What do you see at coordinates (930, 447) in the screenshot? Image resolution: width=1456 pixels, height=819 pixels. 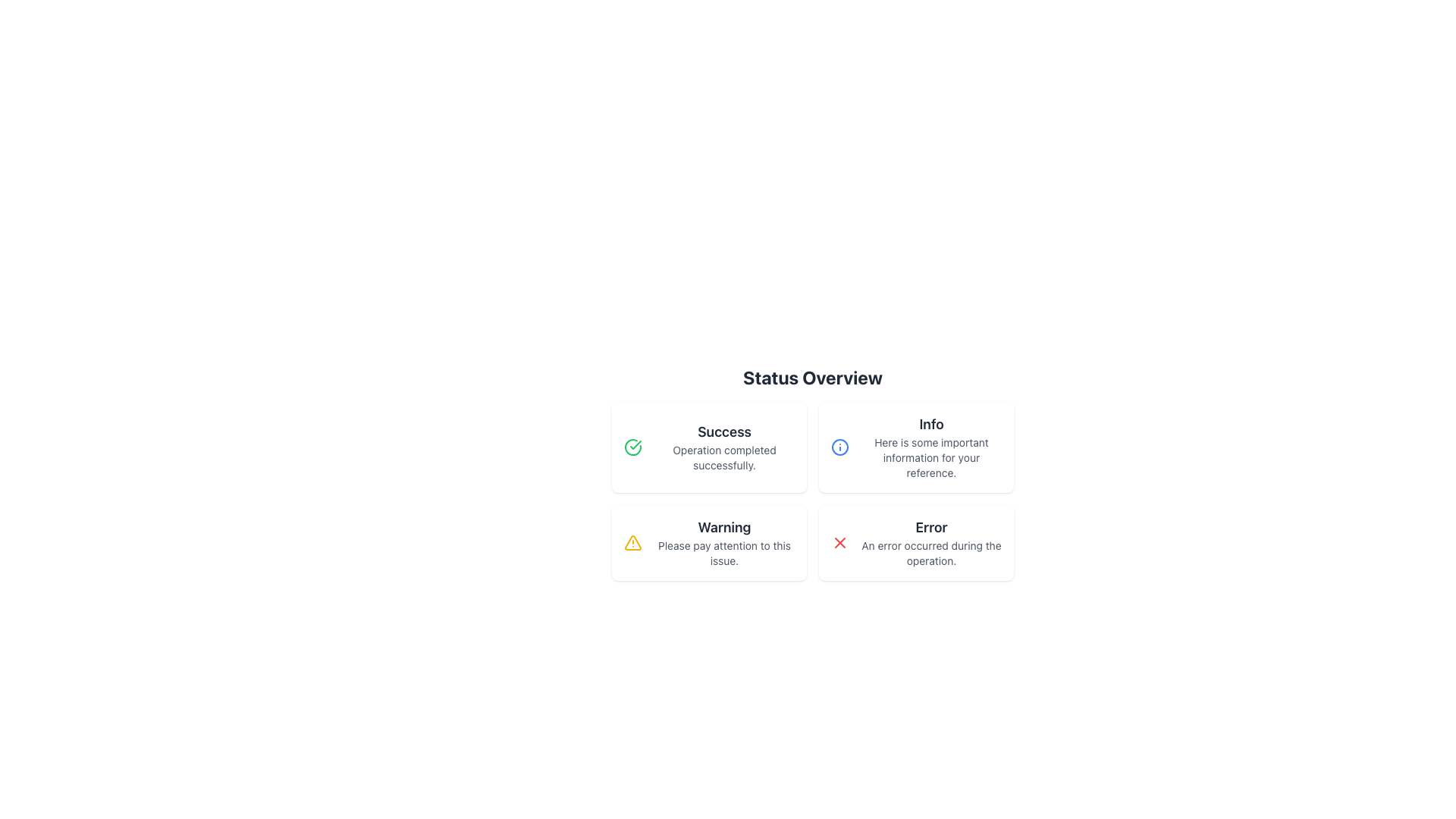 I see `information displayed on the Informational Card which features bold text labeled 'Info' and additional details below it, located in the upper-right quadrant of the 'Status Overview' section` at bounding box center [930, 447].